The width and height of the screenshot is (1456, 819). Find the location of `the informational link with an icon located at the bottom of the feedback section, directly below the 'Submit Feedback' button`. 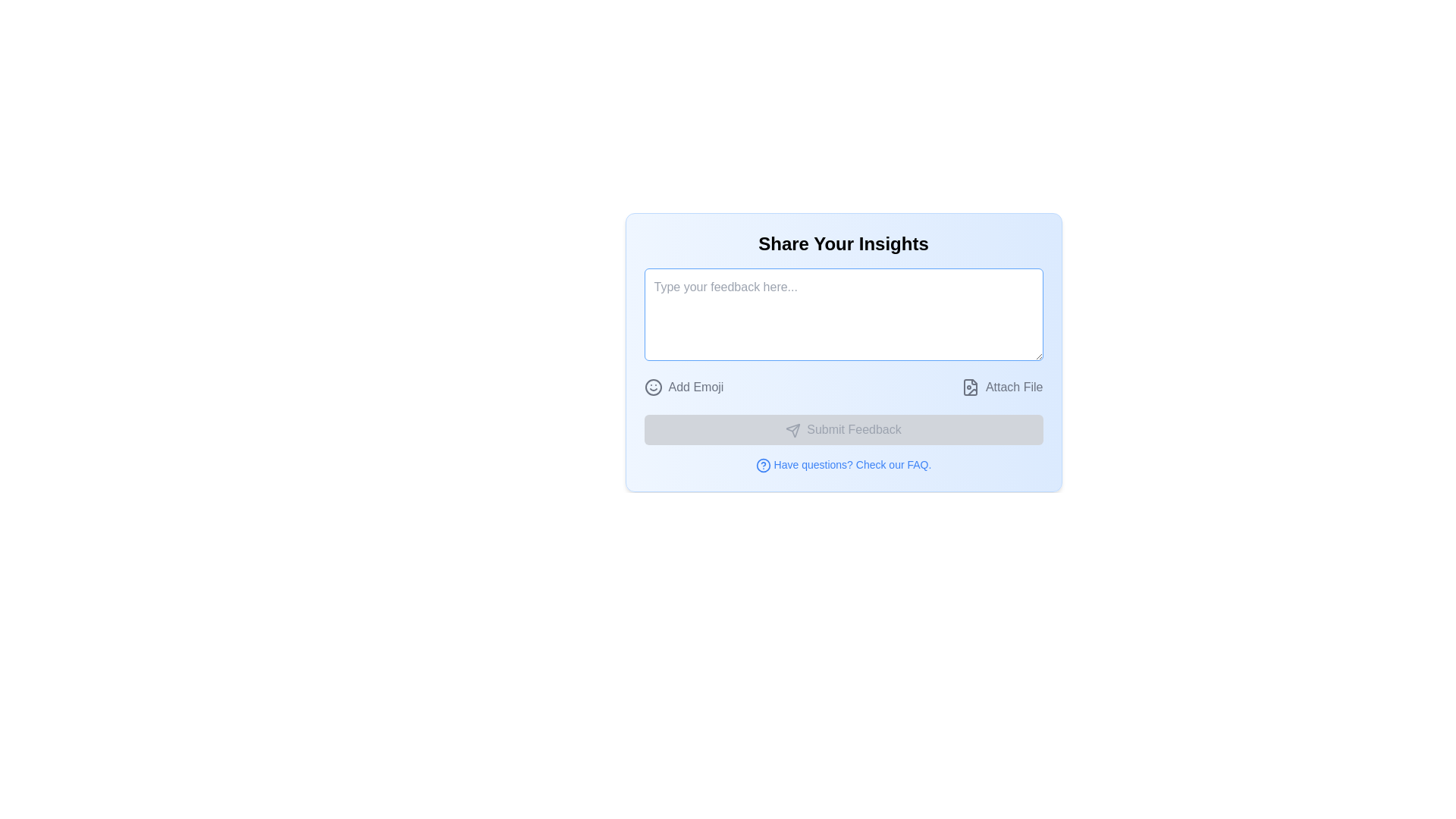

the informational link with an icon located at the bottom of the feedback section, directly below the 'Submit Feedback' button is located at coordinates (843, 464).